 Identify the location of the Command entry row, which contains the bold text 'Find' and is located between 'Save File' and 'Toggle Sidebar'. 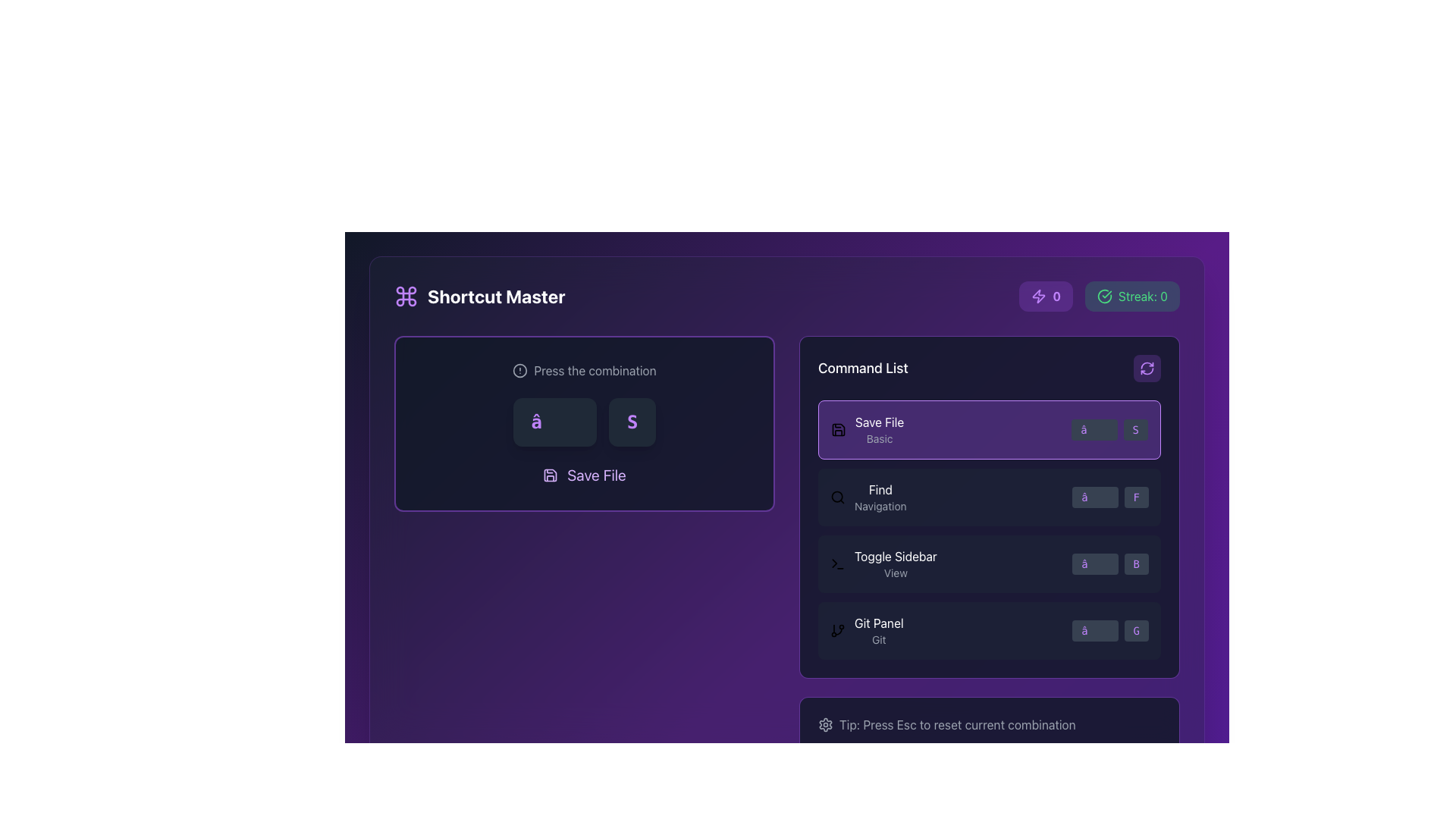
(990, 497).